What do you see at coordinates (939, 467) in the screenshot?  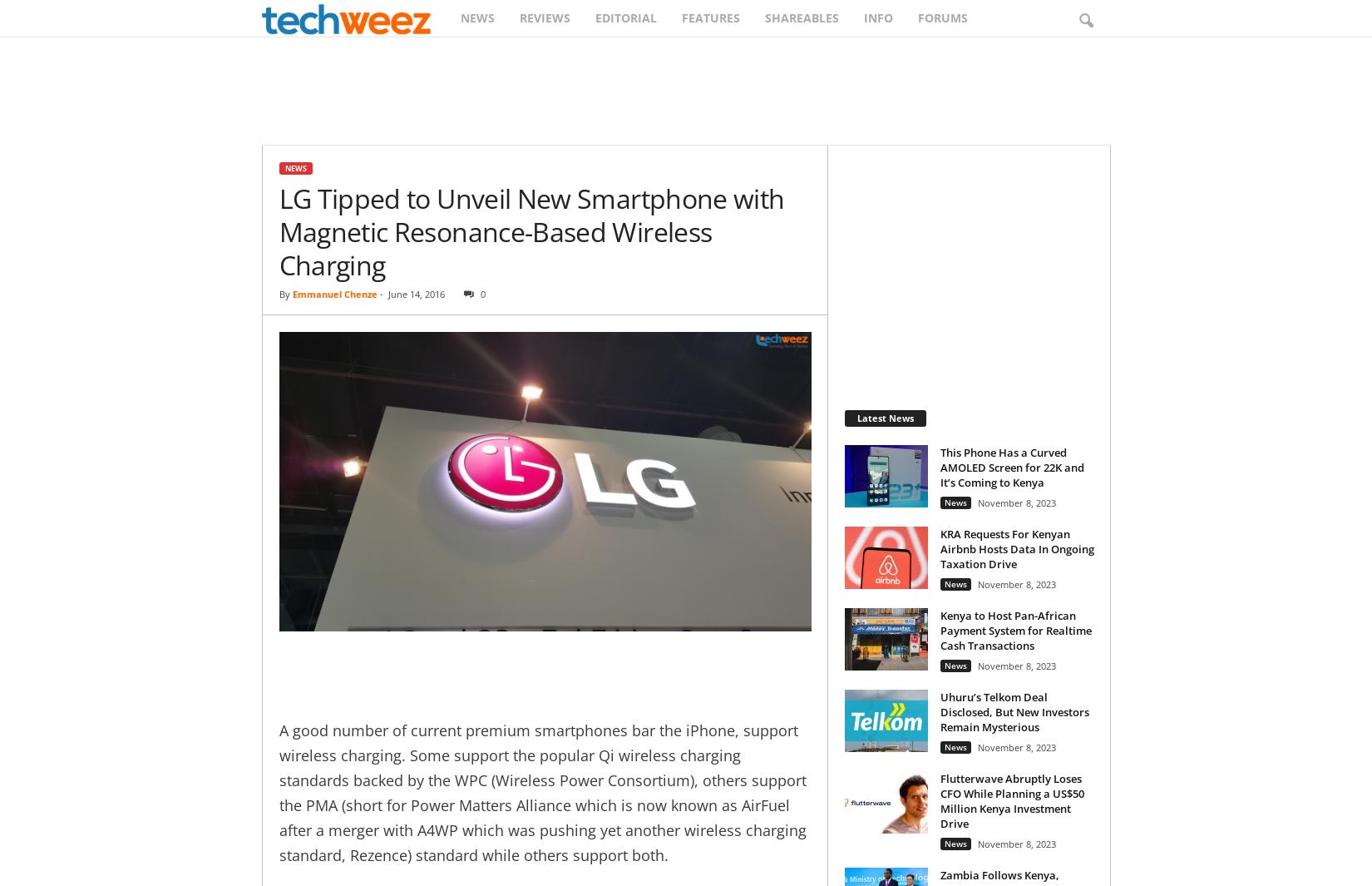 I see `'This Phone Has a Curved AMOLED Screen for 22K and It’s Coming to Kenya'` at bounding box center [939, 467].